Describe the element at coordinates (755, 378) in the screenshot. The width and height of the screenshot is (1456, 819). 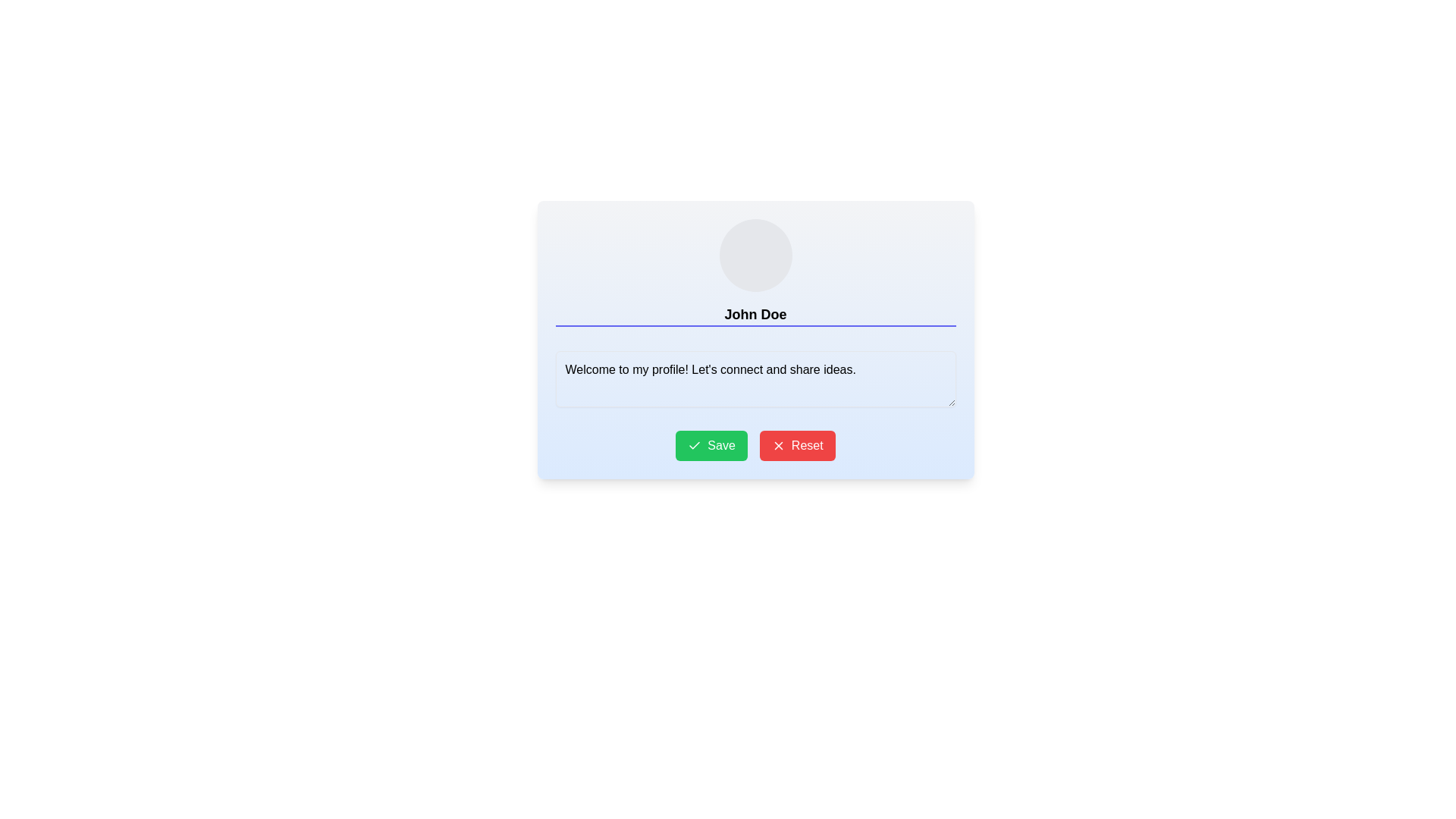
I see `the text input field styled with a slightly rounded rectangular outline and a transparent background, which displays the text 'Welcome to my profile! Let's connect and share ideas.'` at that location.